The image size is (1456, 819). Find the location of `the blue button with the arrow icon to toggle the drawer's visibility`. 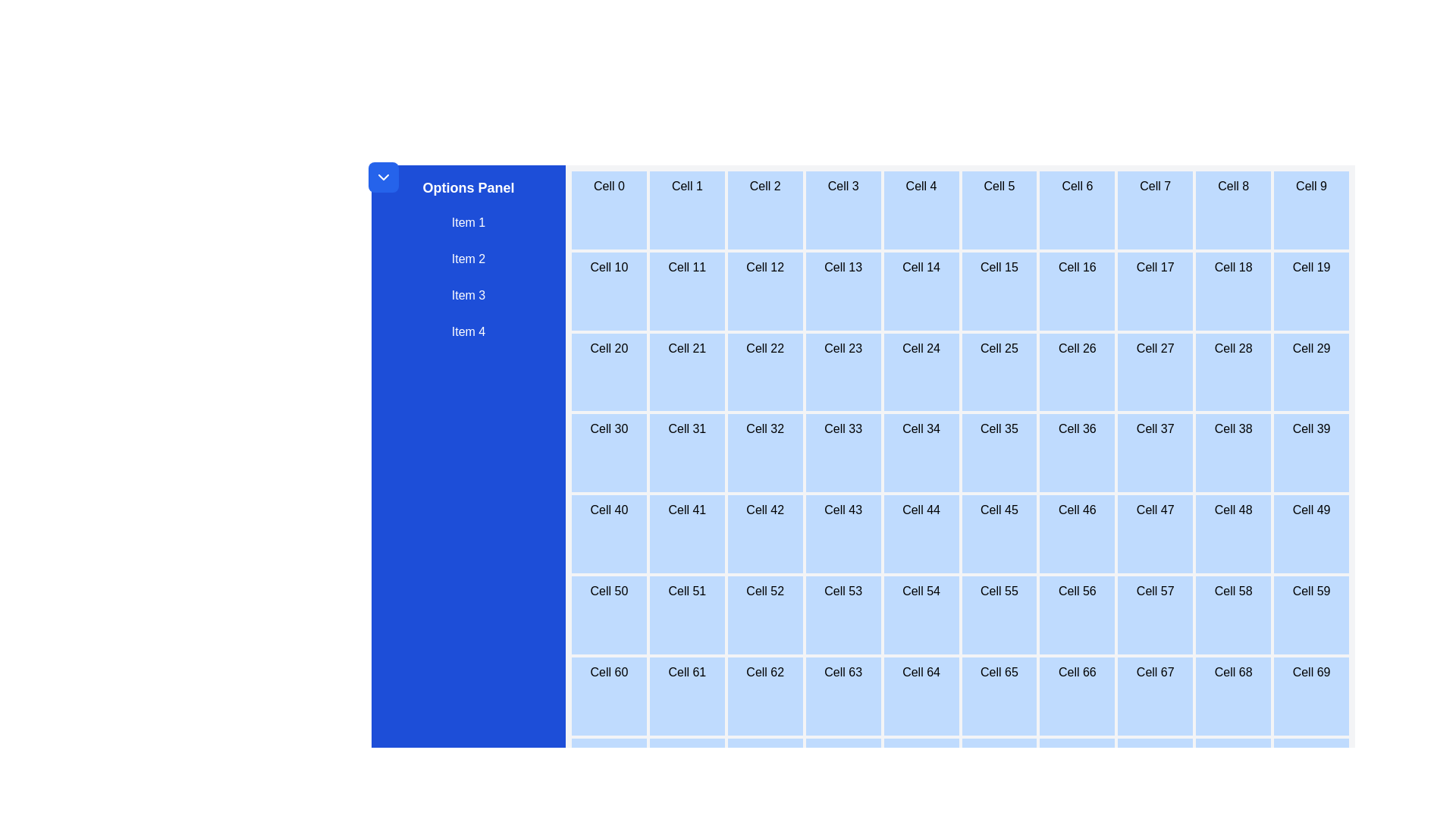

the blue button with the arrow icon to toggle the drawer's visibility is located at coordinates (383, 177).